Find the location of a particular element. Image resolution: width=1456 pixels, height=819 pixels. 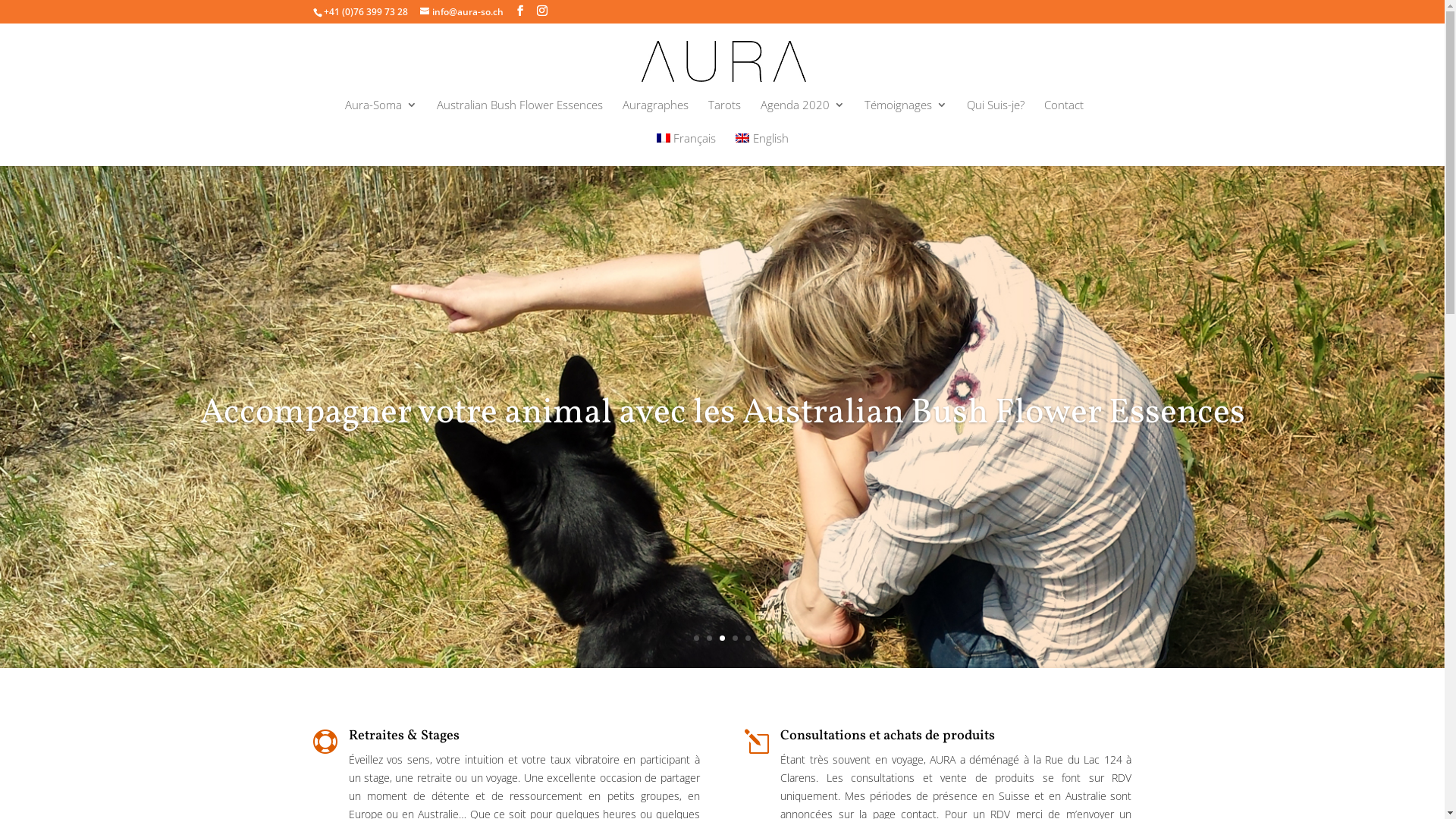

'Auragraphes' is located at coordinates (622, 115).